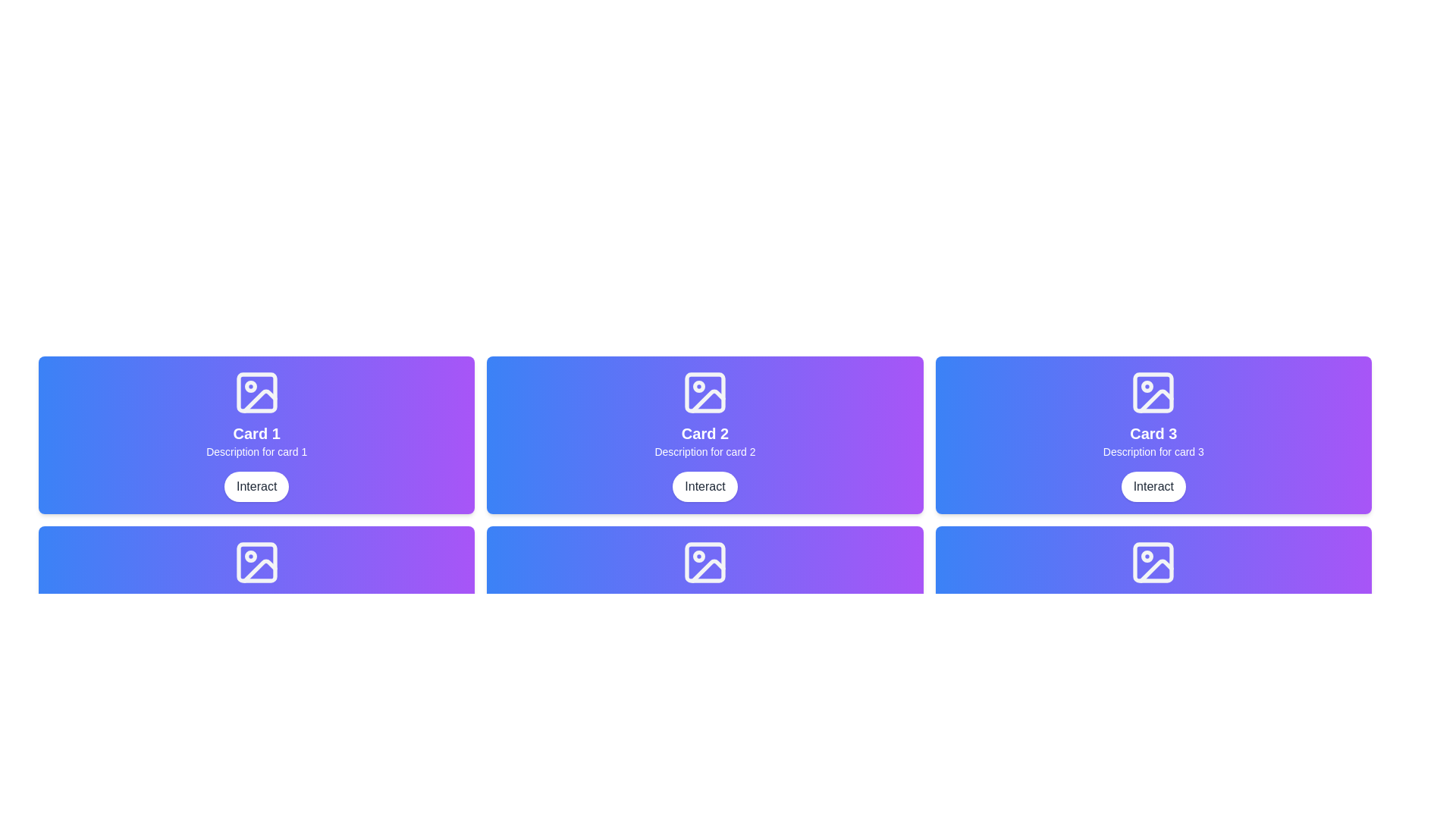 The image size is (1456, 819). Describe the element at coordinates (1153, 441) in the screenshot. I see `the text segment displaying 'Card 3' in bold, which is located in the middle of the third card with a gradient background from blue to purple, above the button labeled 'Interact'` at that location.